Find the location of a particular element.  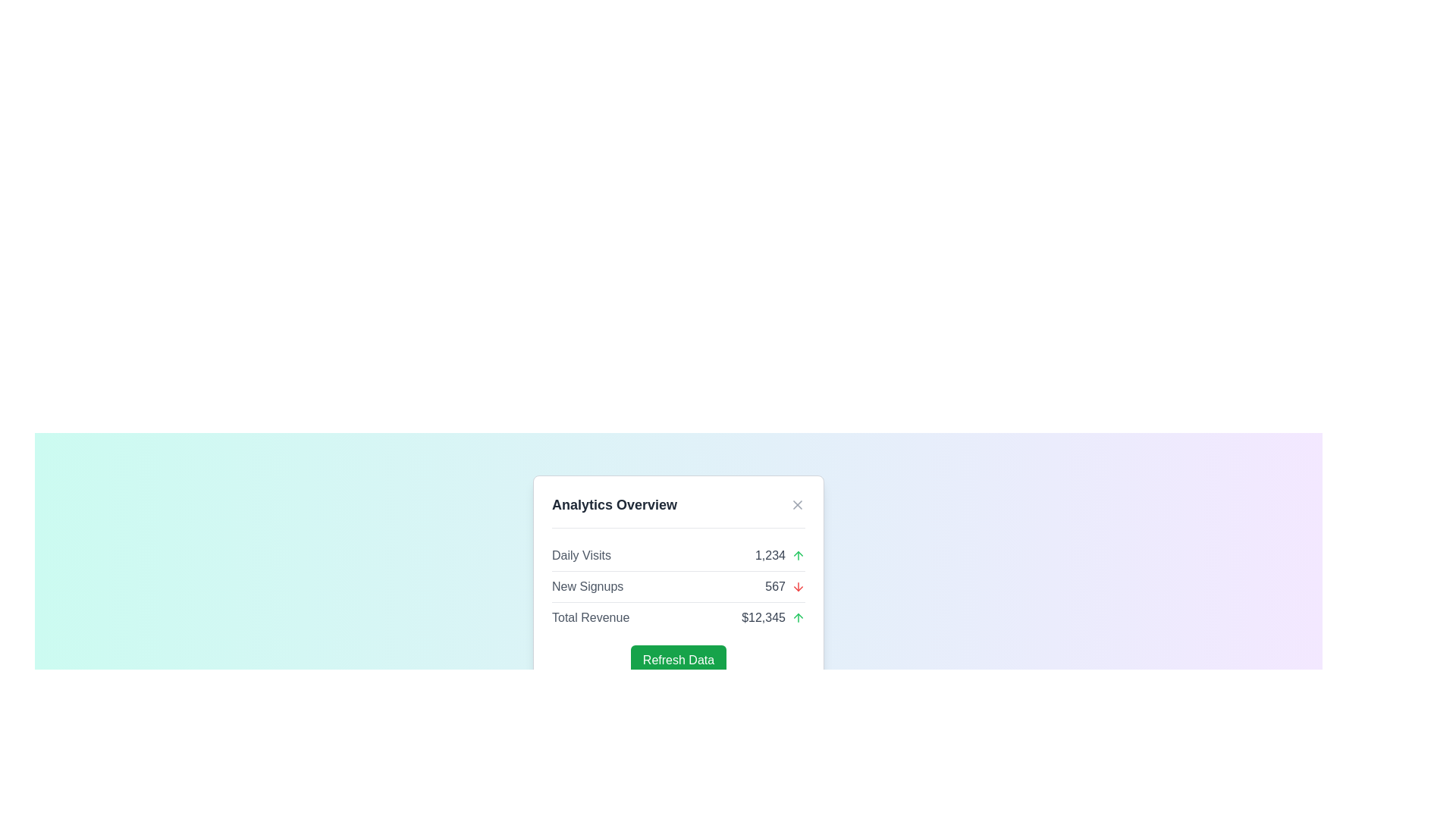

the upward-pointing green arrow icon located to the right of the text '$12,345' in the bottom-most row of the 'Analytics Overview' display box for additional details or actions is located at coordinates (797, 617).